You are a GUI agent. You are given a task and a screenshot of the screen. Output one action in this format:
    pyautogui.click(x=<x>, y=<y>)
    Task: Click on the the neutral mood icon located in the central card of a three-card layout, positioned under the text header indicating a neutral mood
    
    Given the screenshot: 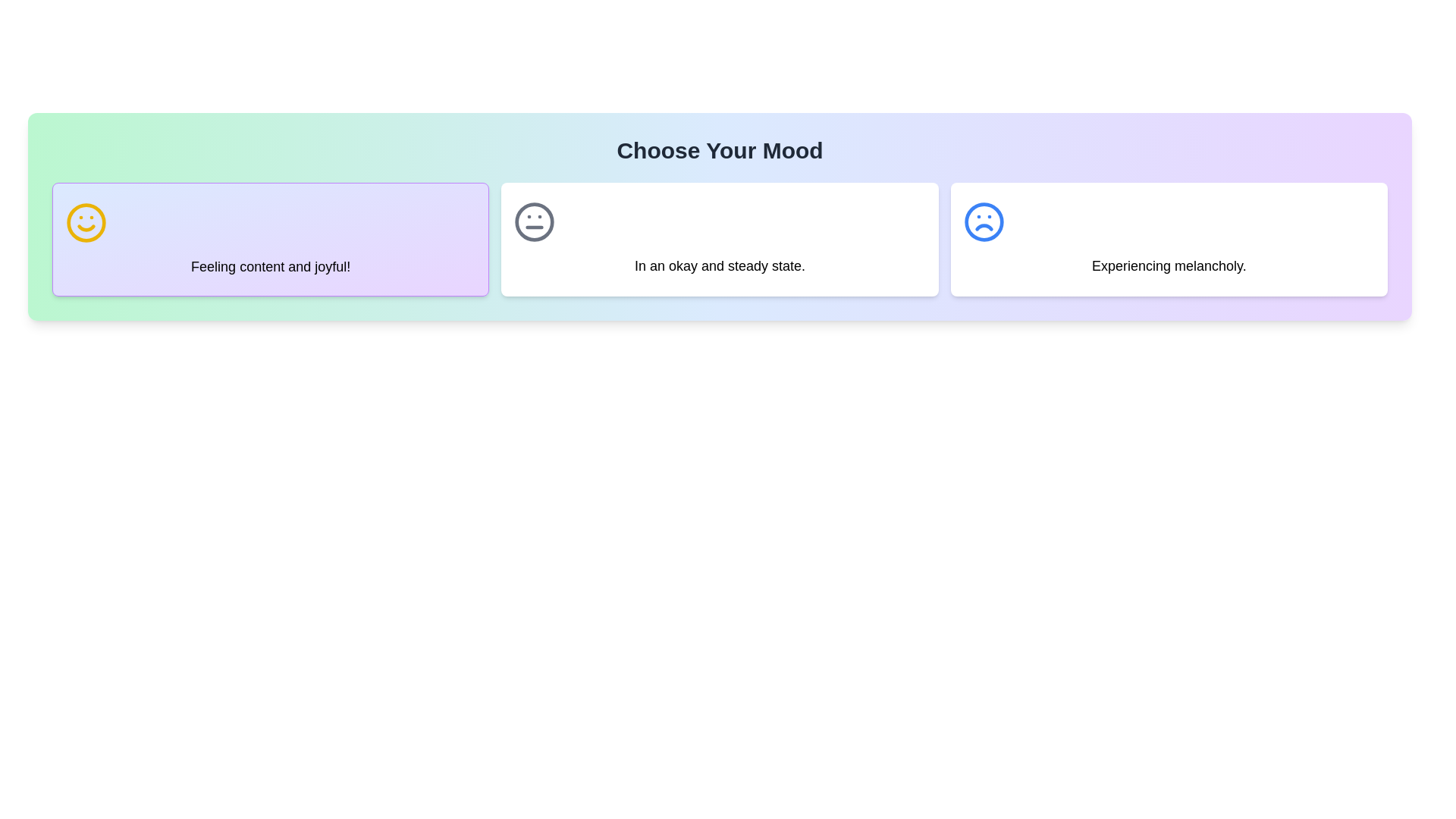 What is the action you would take?
    pyautogui.click(x=535, y=222)
    